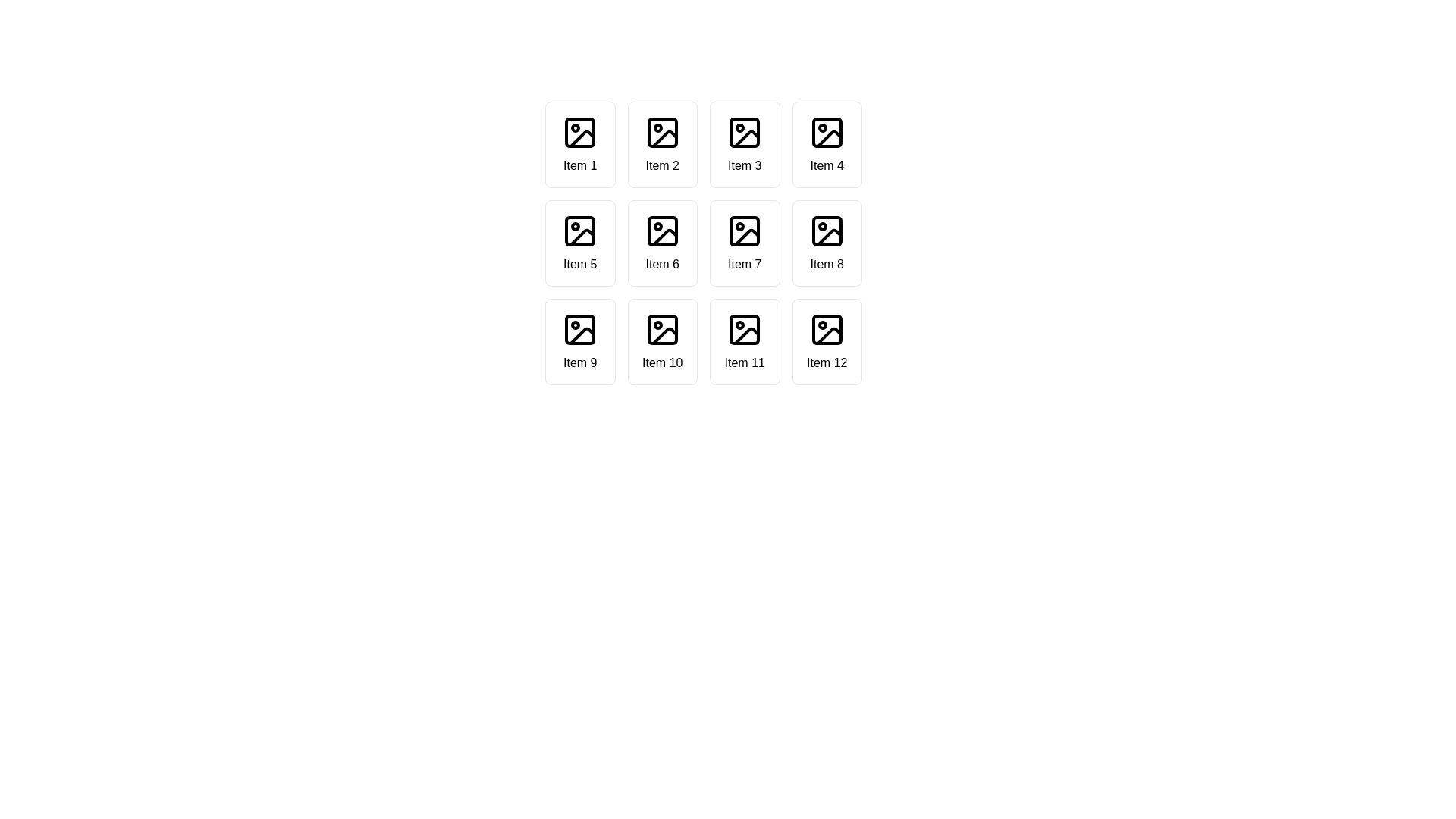 The height and width of the screenshot is (819, 1456). I want to click on the diagonal line segment in the sixth icon of a 4x3 grid, located in the third row and second column, so click(664, 237).